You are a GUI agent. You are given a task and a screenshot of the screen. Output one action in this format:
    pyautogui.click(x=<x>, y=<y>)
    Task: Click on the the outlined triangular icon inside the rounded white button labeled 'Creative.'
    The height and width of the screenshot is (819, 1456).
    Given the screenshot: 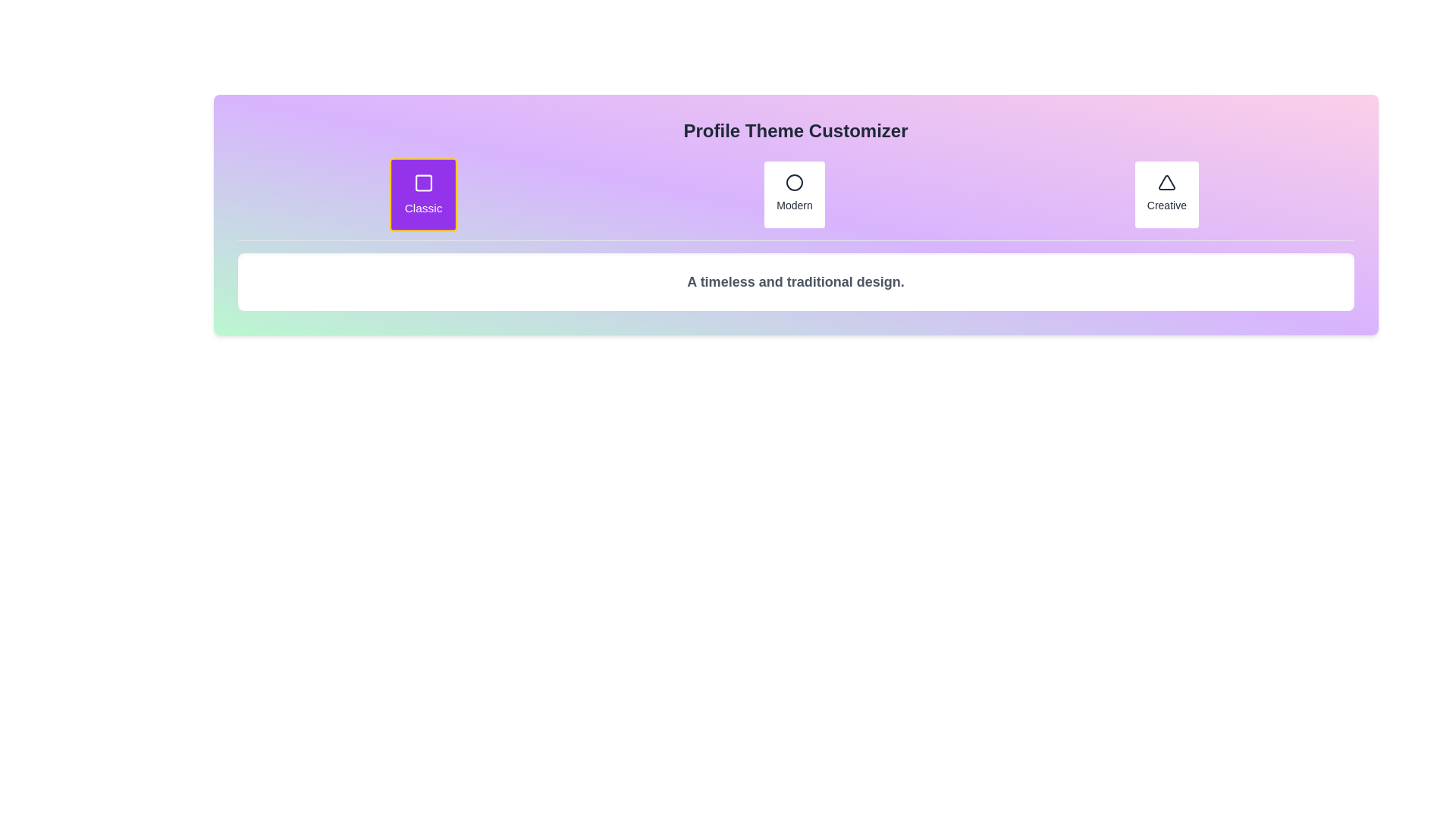 What is the action you would take?
    pyautogui.click(x=1166, y=181)
    